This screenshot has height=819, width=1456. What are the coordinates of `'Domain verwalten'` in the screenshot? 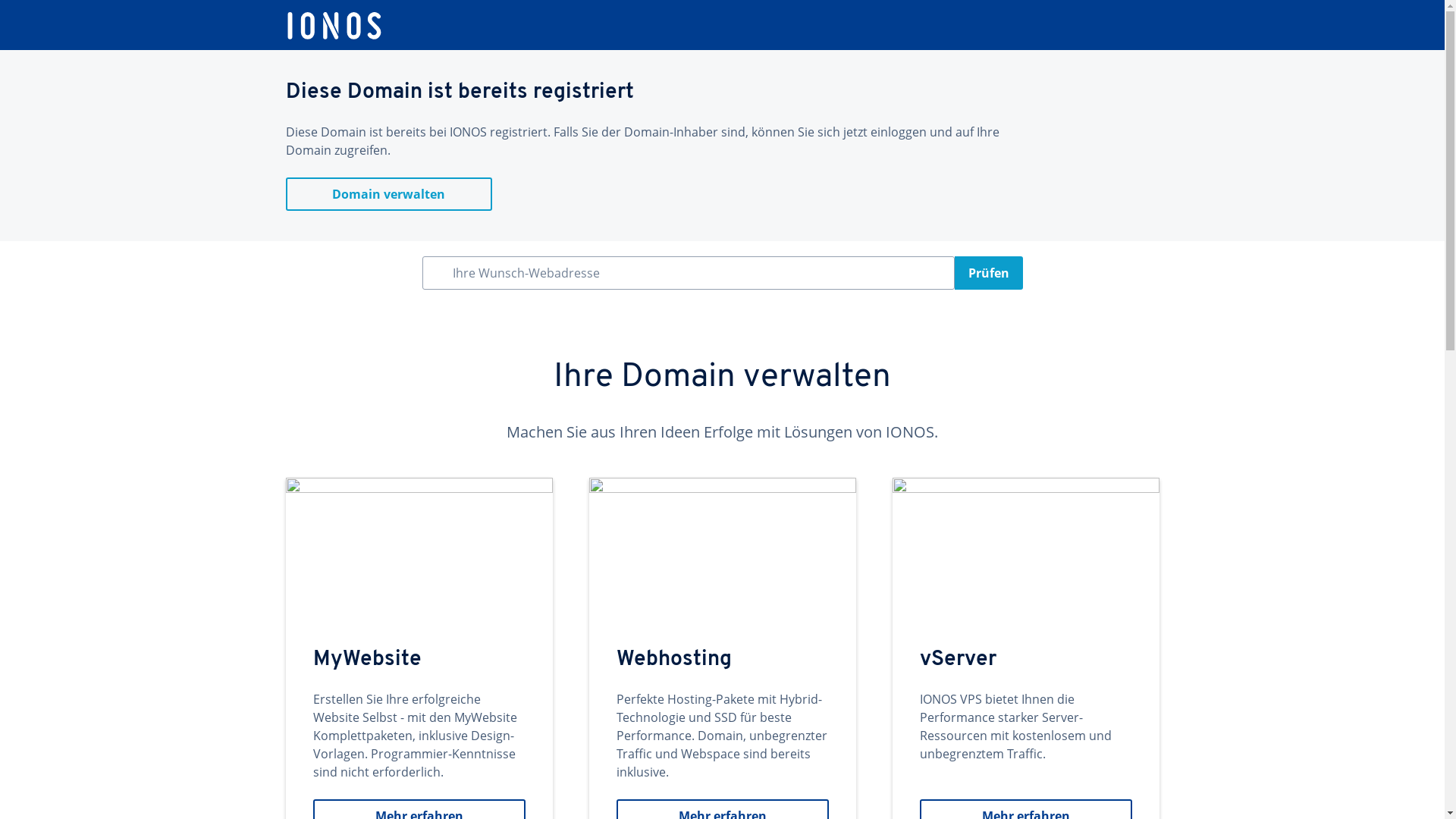 It's located at (388, 193).